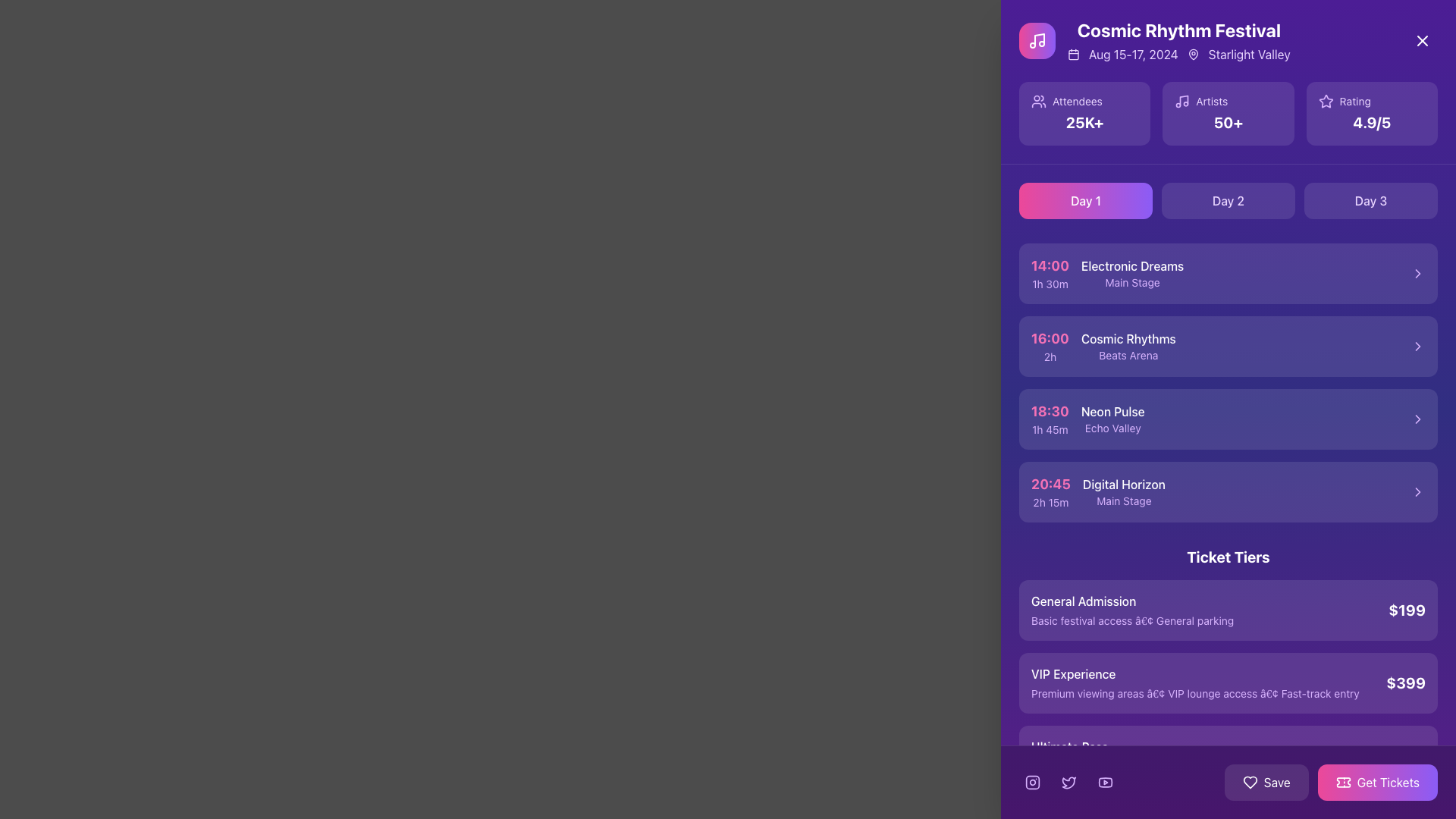  Describe the element at coordinates (1228, 610) in the screenshot. I see `details of the ticket tier labeled 'General Admission' with a price of '$199', located in the 'Ticket Tiers' section` at that location.